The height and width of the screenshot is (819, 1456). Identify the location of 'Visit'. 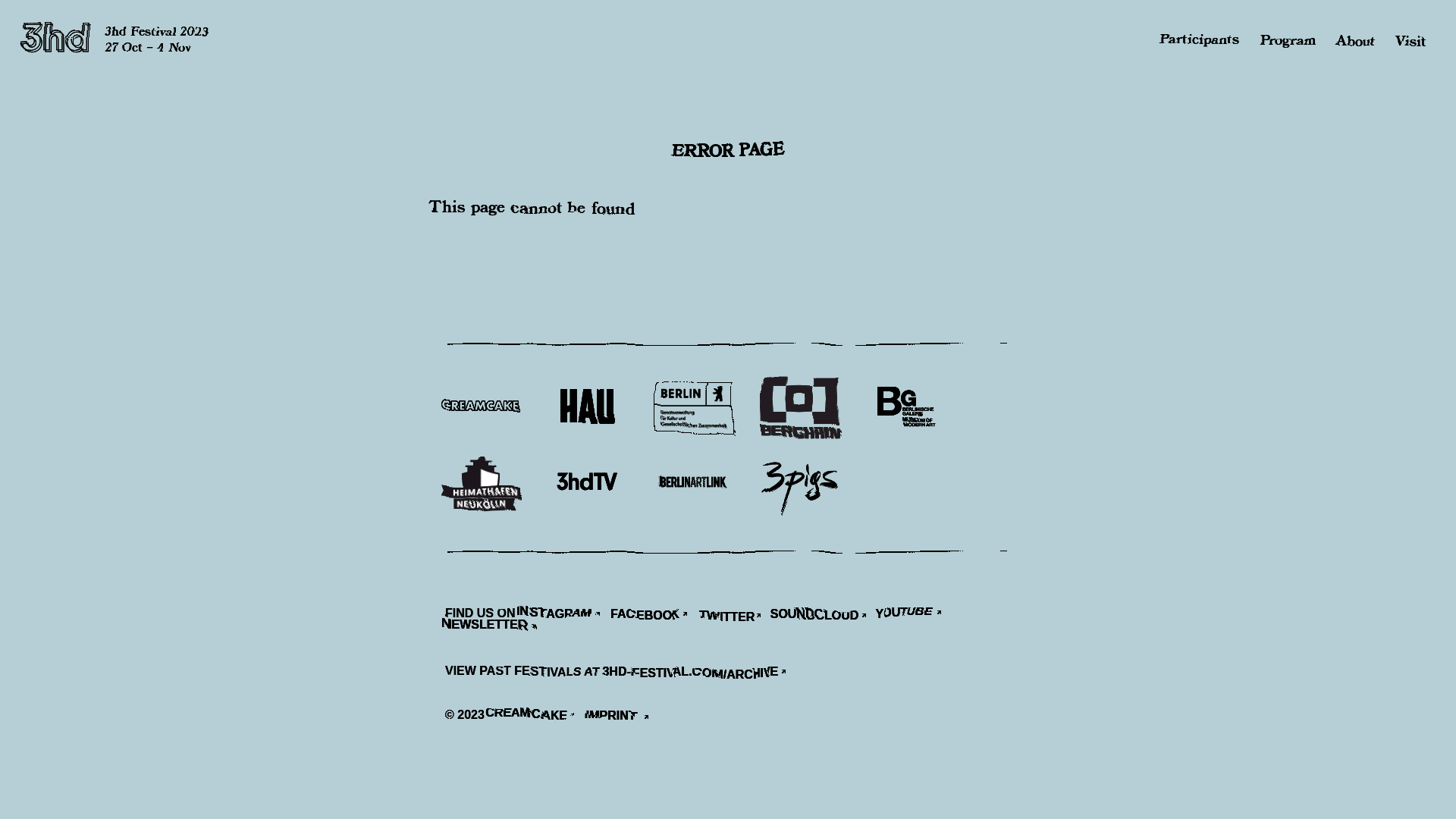
(1409, 39).